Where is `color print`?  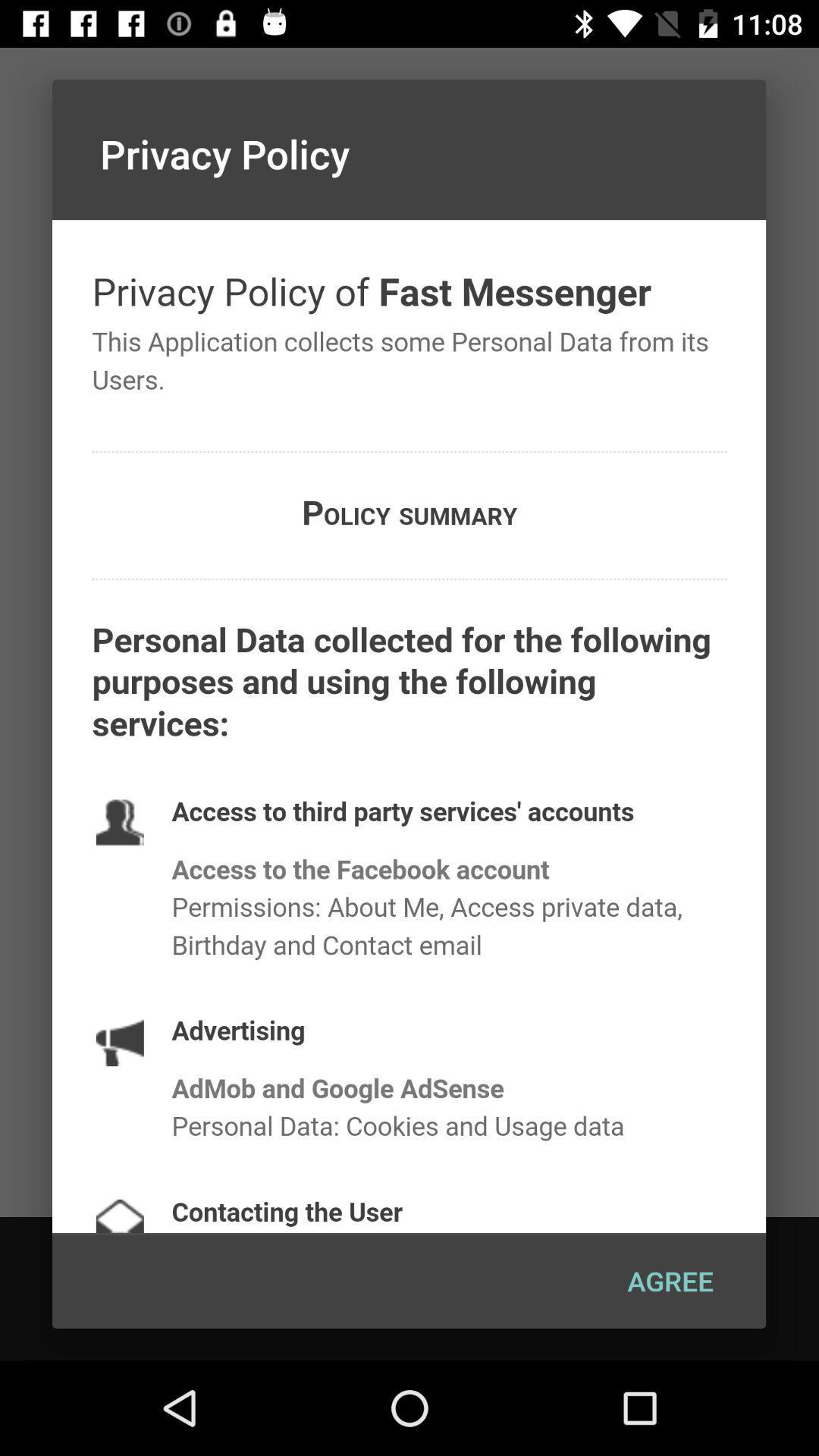 color print is located at coordinates (408, 726).